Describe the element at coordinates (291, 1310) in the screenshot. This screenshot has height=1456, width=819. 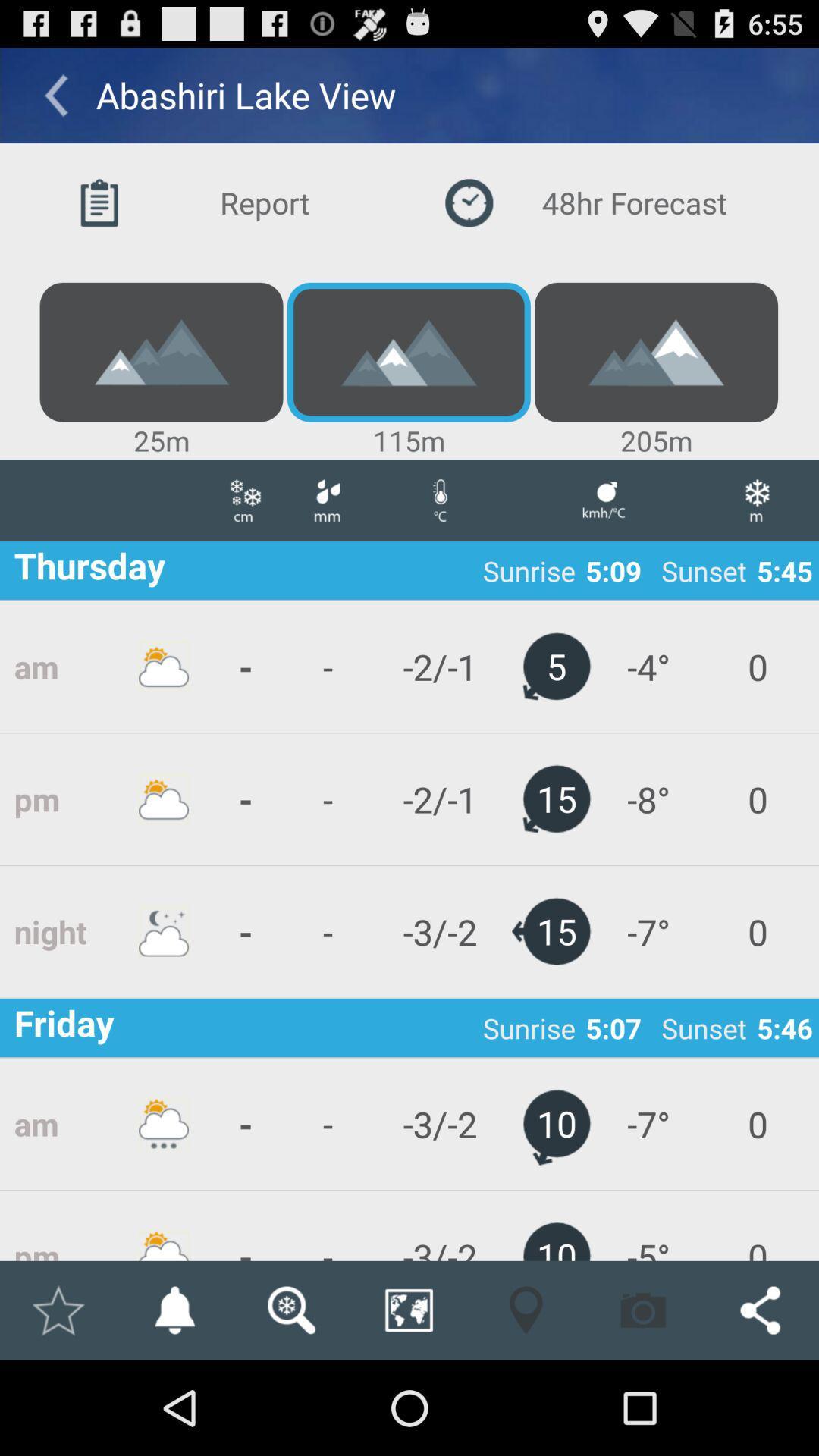
I see `search option` at that location.